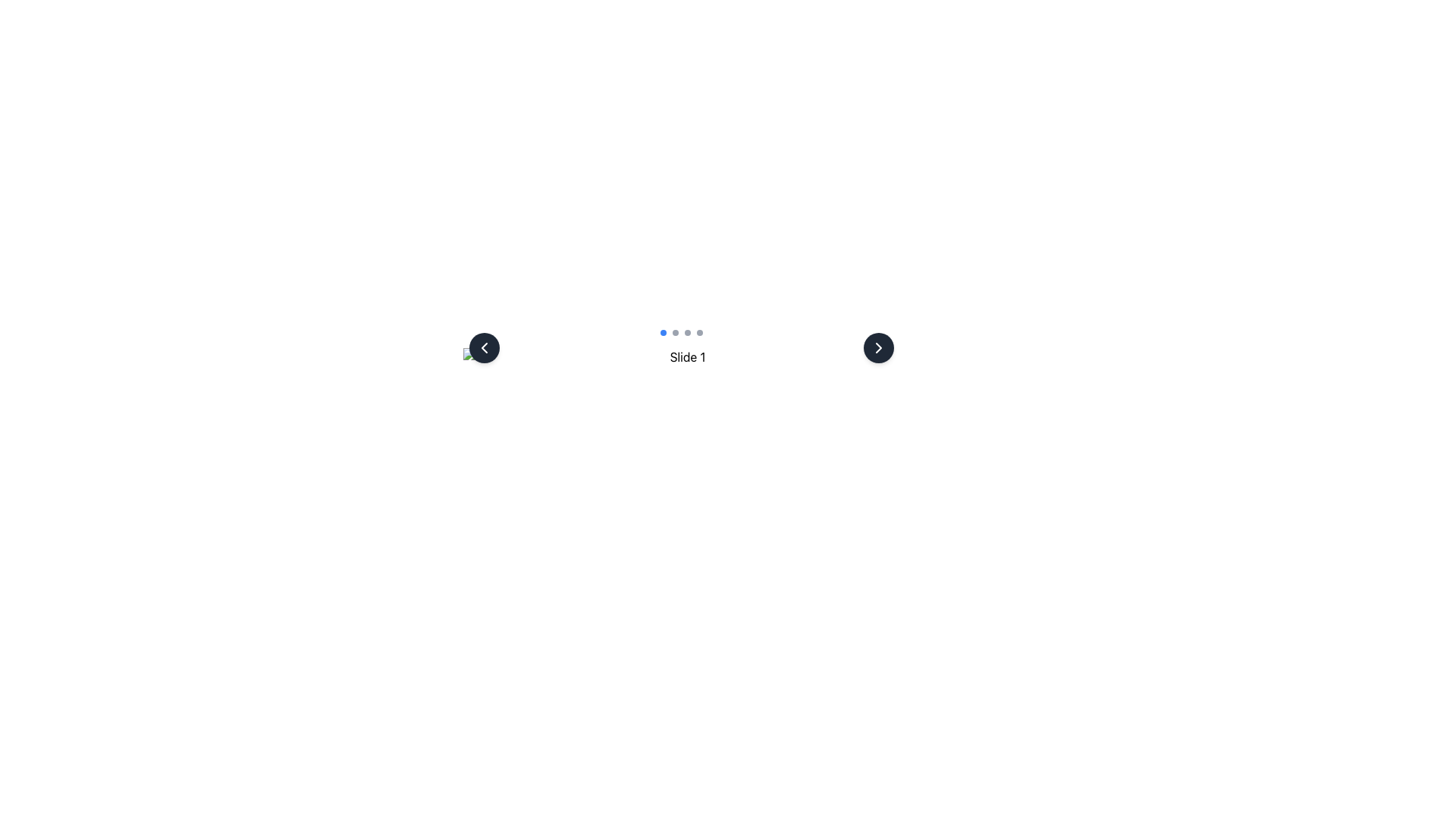  What do you see at coordinates (483, 348) in the screenshot?
I see `the 'Previous' button located on the left side of the navigation buttons in the carousel to trigger hover effects` at bounding box center [483, 348].